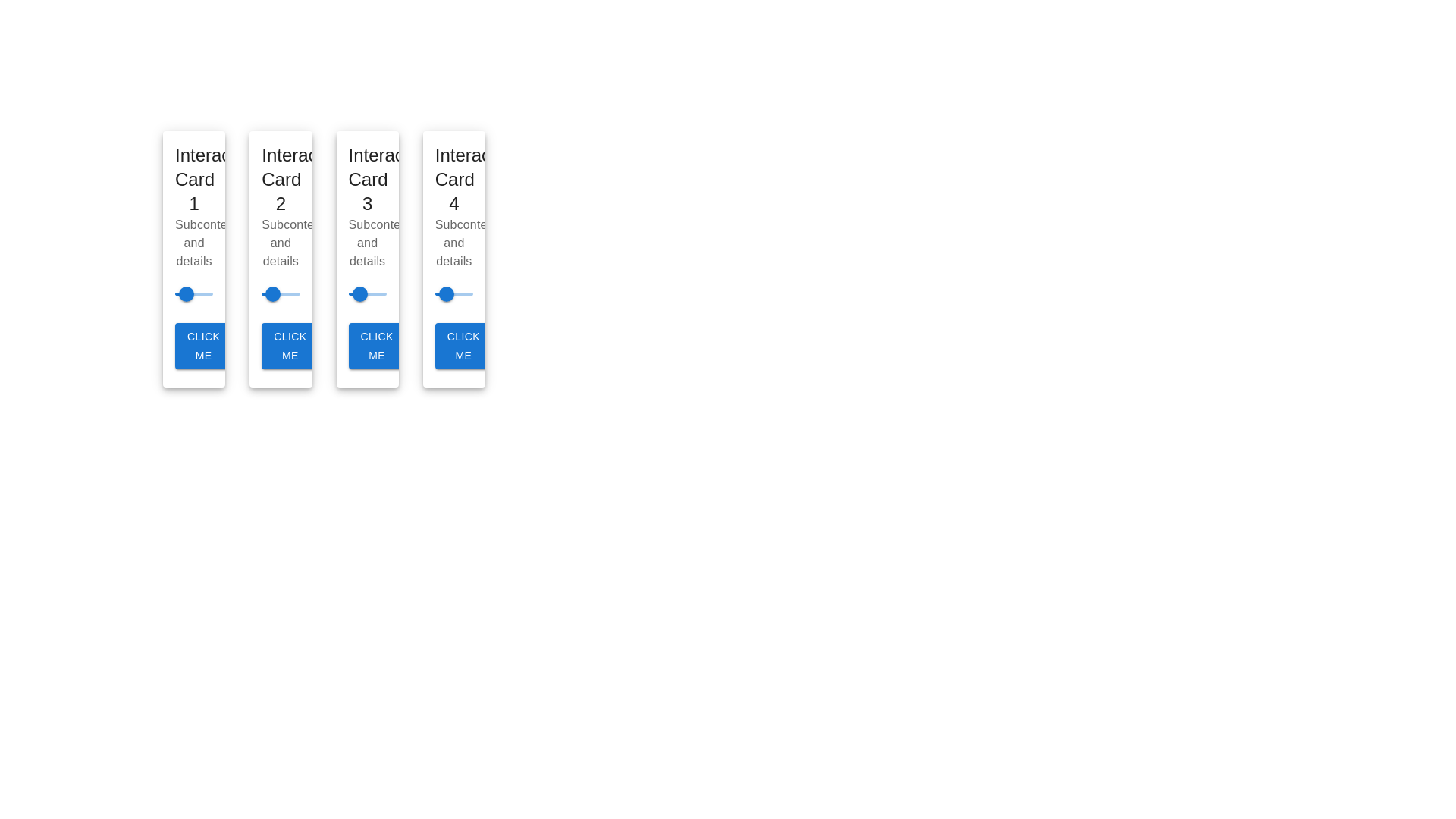  What do you see at coordinates (193, 294) in the screenshot?
I see `the blue circular thumb of the slider located in 'Interactive Card 1' below 'Subcontent and details' and above the 'Click Me' button` at bounding box center [193, 294].